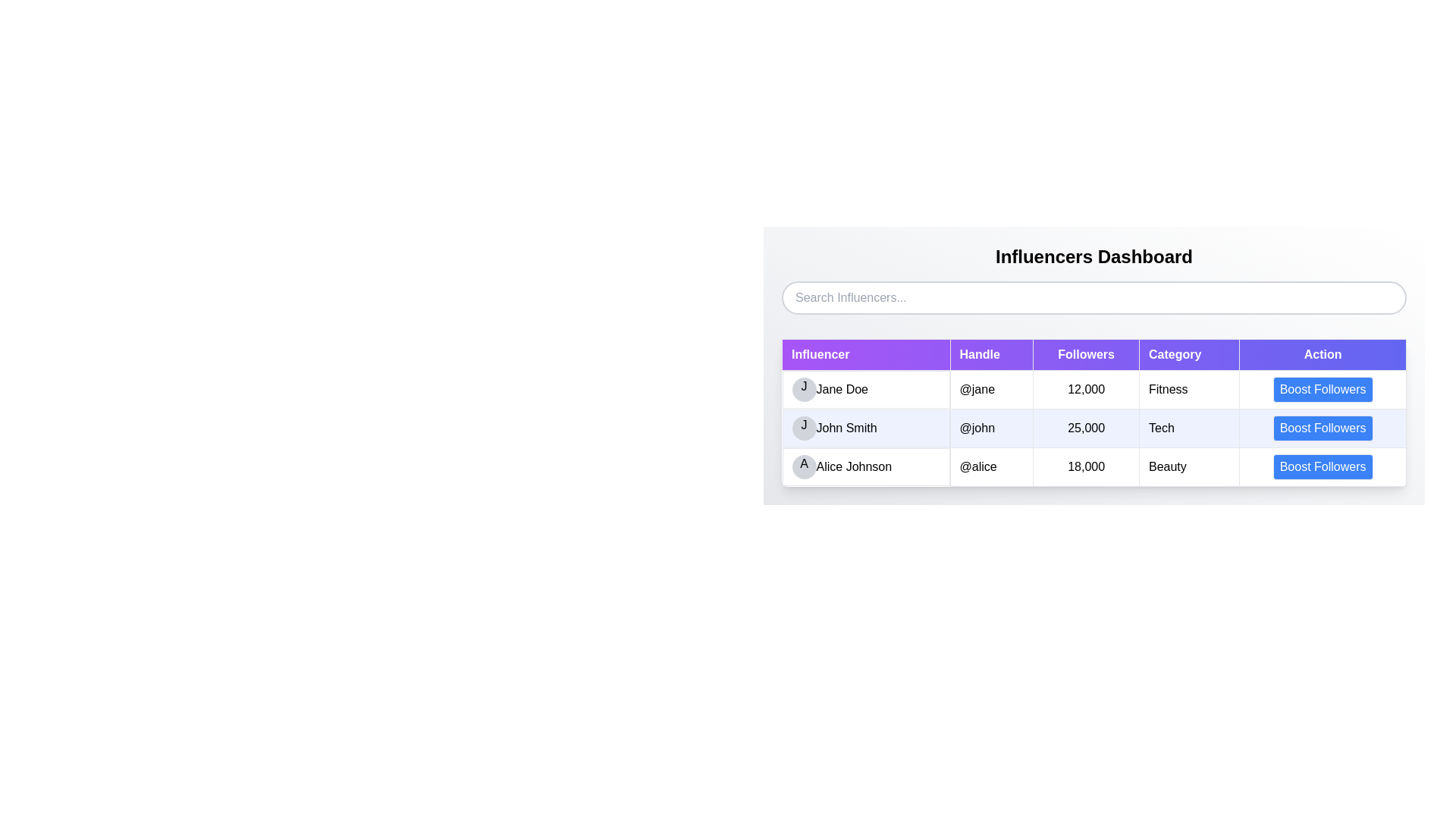 Image resolution: width=1456 pixels, height=819 pixels. Describe the element at coordinates (1322, 466) in the screenshot. I see `the button to boost followers for 'Alice Johnson' in the 'Influencers Dashboard' table, located in the 'Action' column` at that location.